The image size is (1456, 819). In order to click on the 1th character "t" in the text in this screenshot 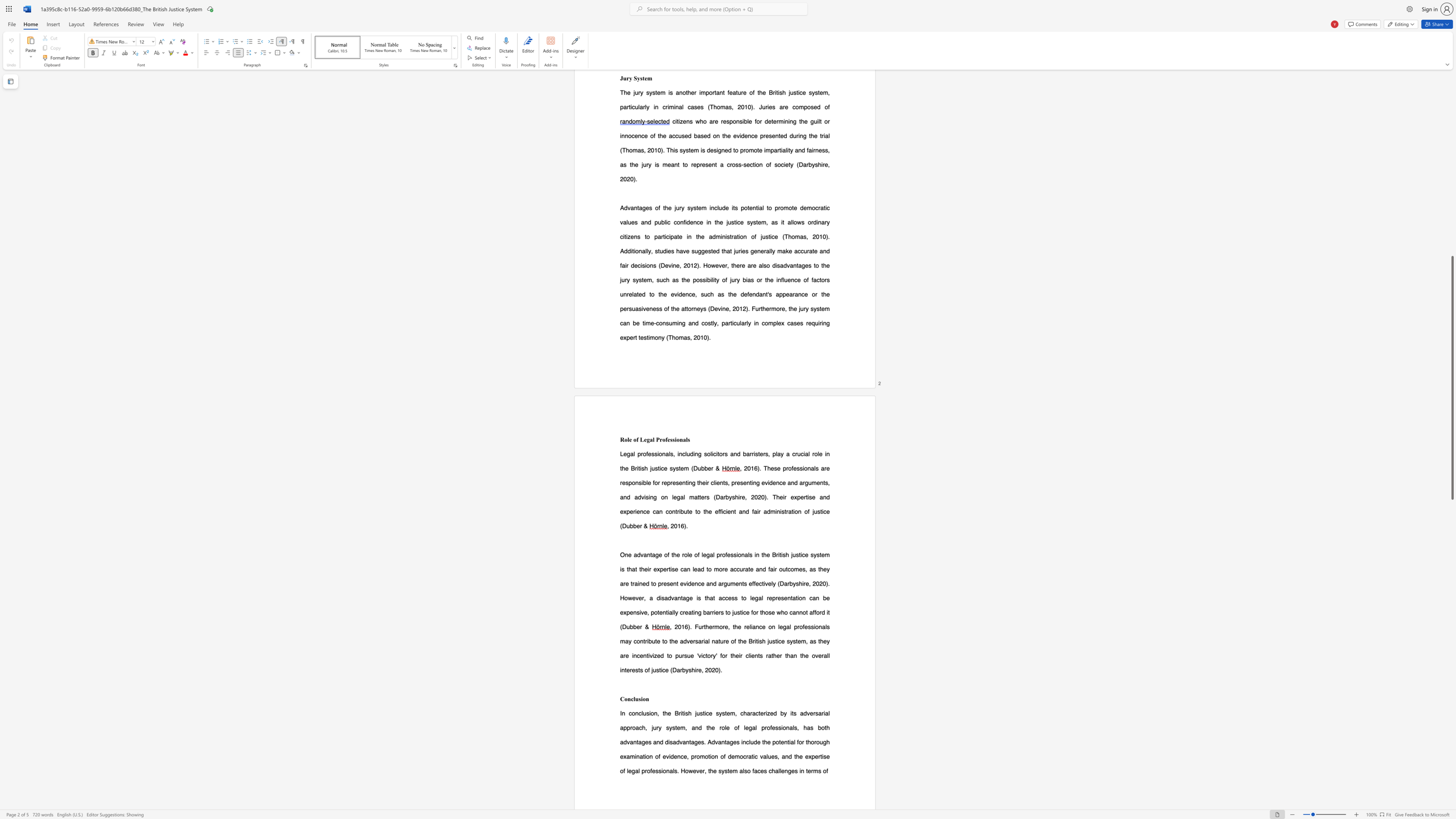, I will do `click(686, 483)`.